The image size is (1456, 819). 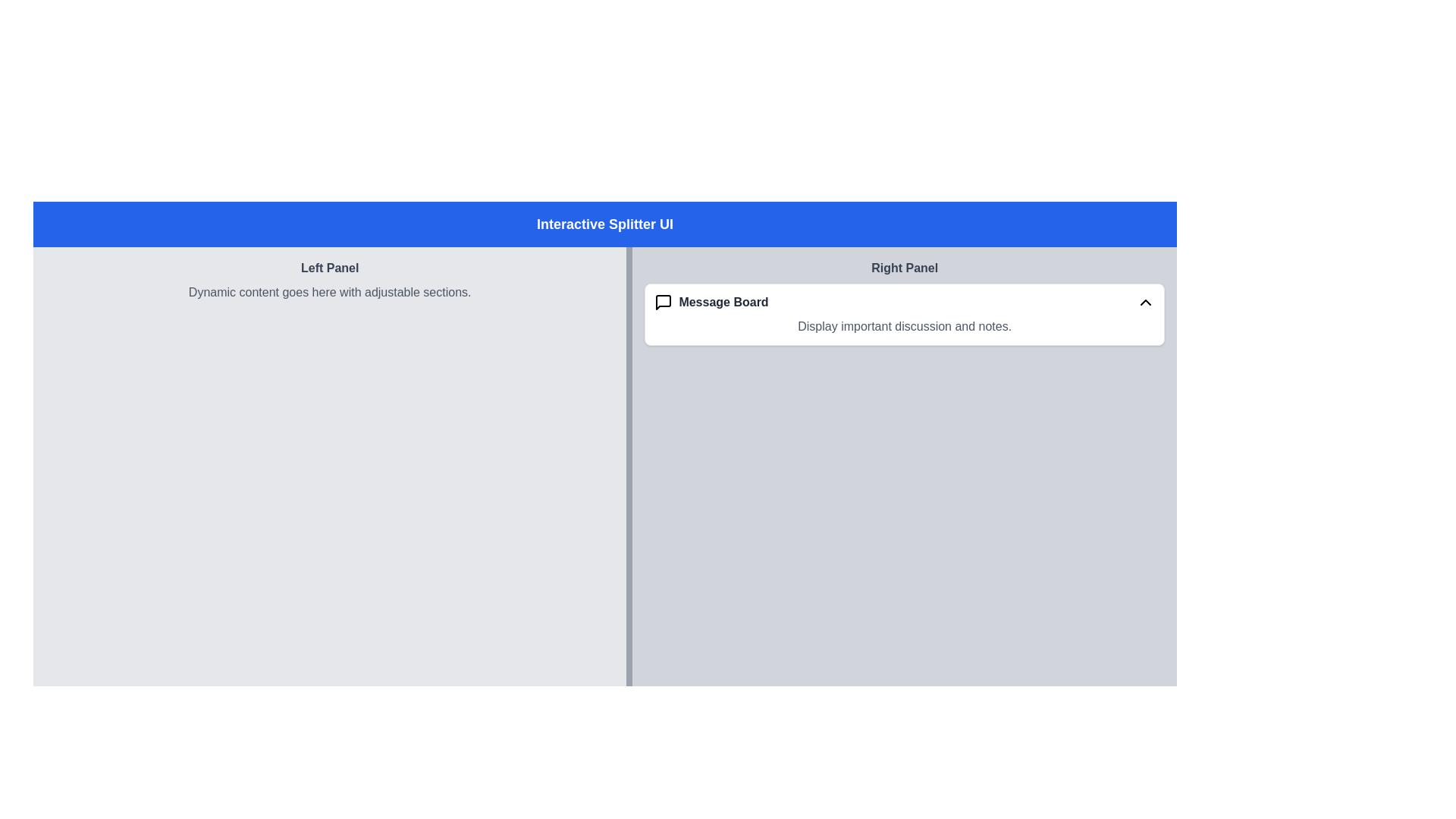 What do you see at coordinates (329, 292) in the screenshot?
I see `the informative text located below the 'Left Panel' header in the left division of the two-panel layout interface` at bounding box center [329, 292].